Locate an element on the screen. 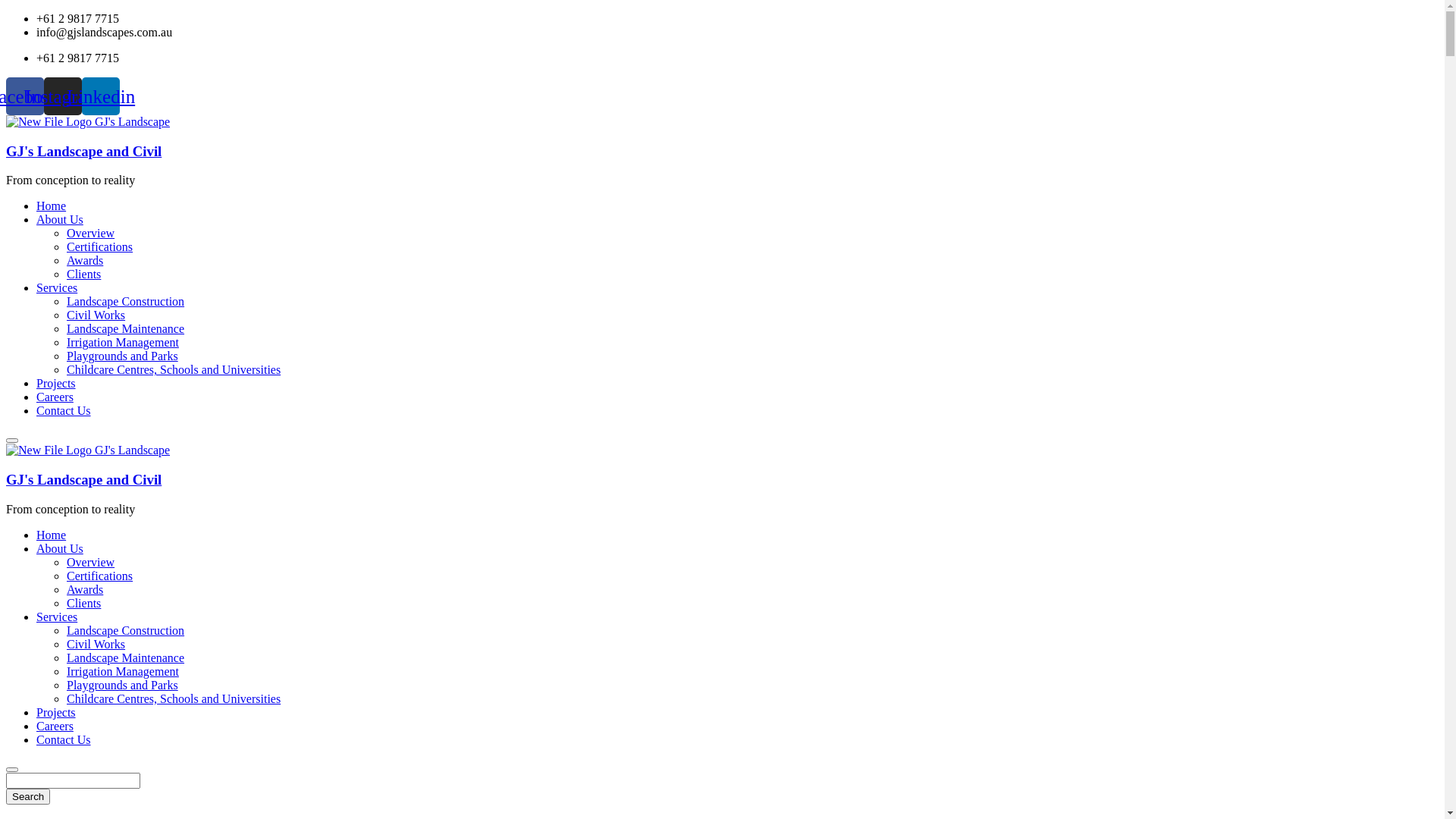  'Overview' is located at coordinates (89, 233).